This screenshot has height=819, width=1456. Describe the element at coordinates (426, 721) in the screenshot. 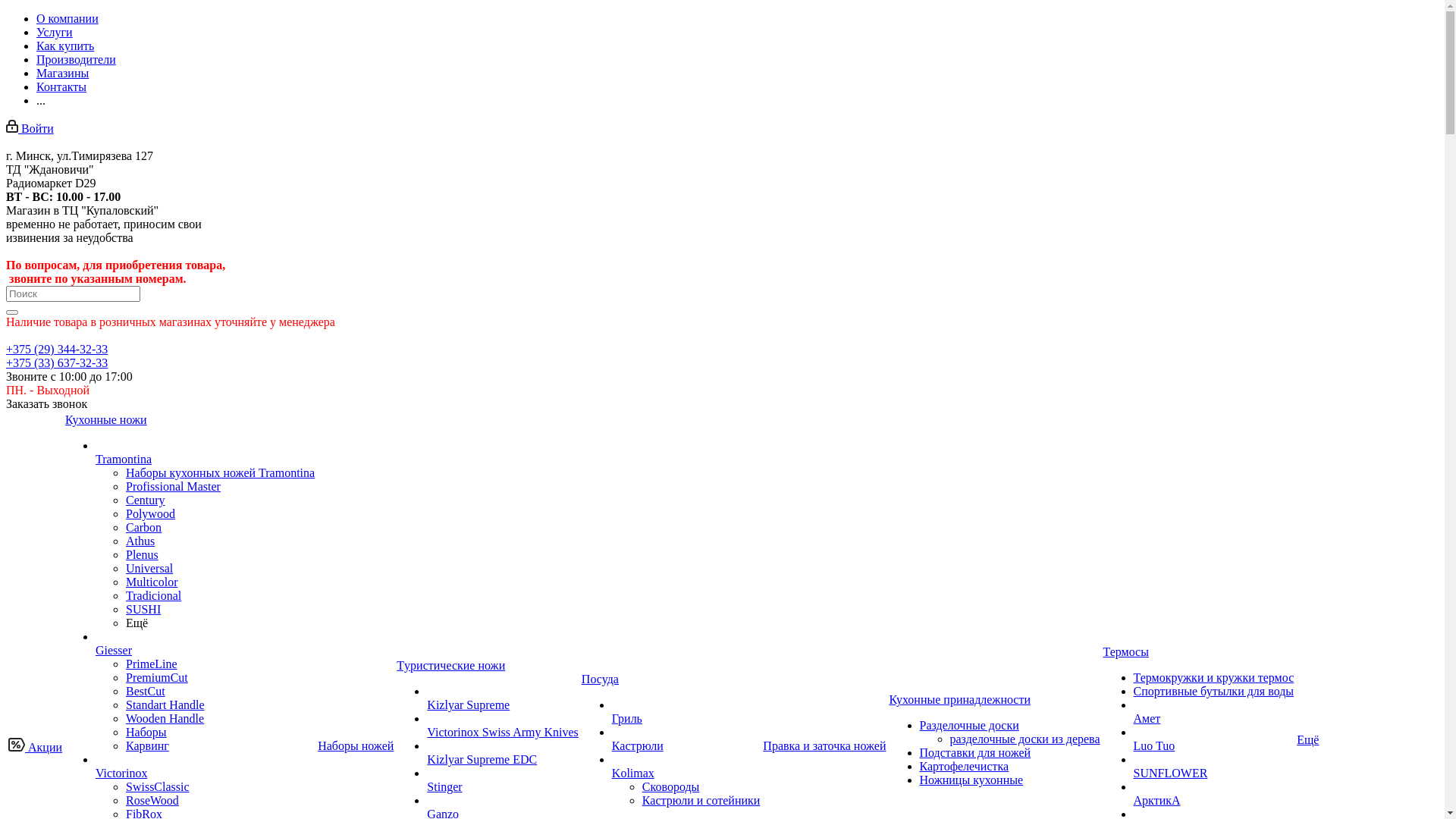

I see `'Victorinox  Swiss Army Knives'` at that location.